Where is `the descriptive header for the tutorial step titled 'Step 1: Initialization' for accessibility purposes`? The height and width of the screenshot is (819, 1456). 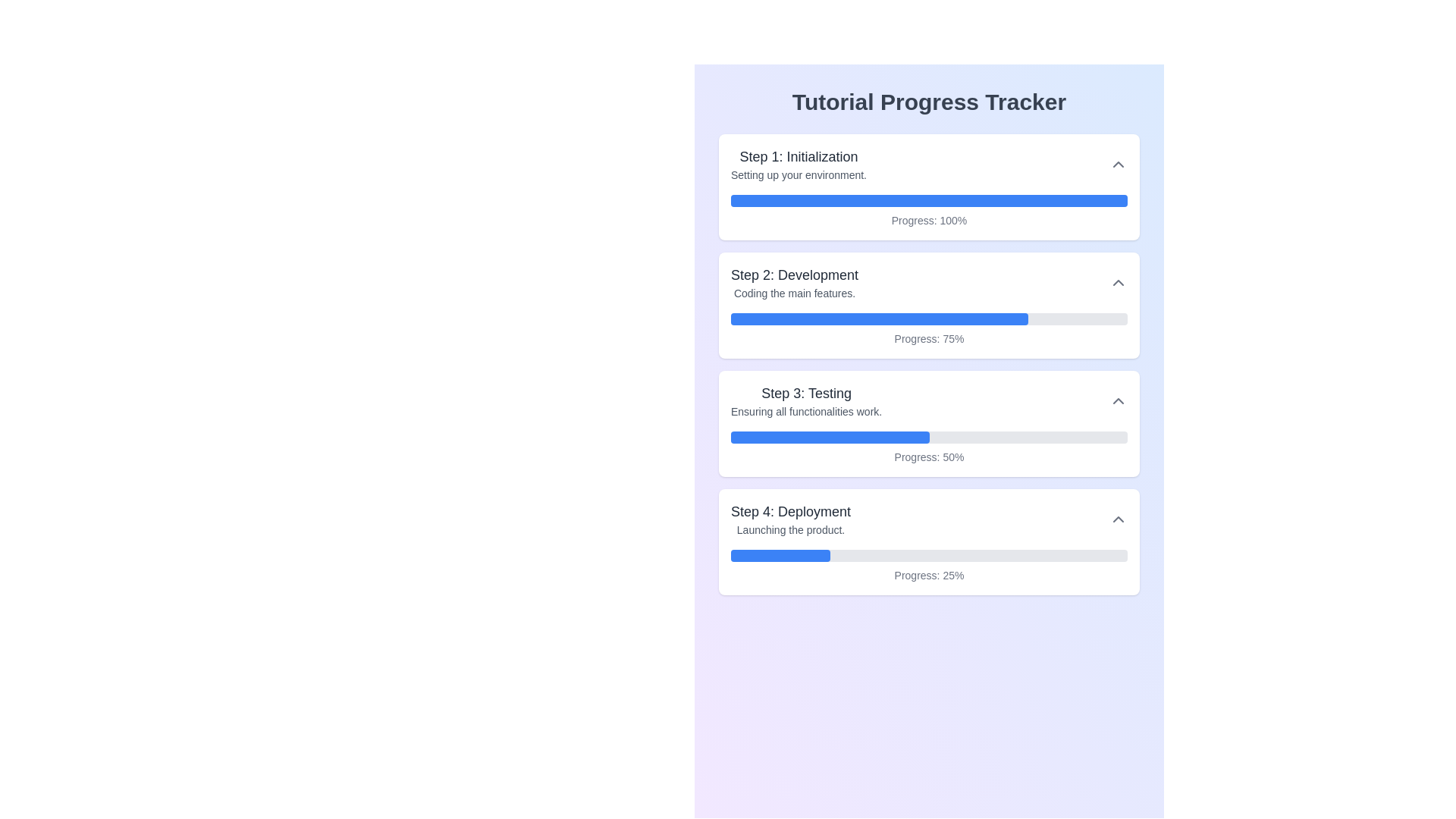
the descriptive header for the tutorial step titled 'Step 1: Initialization' for accessibility purposes is located at coordinates (798, 164).